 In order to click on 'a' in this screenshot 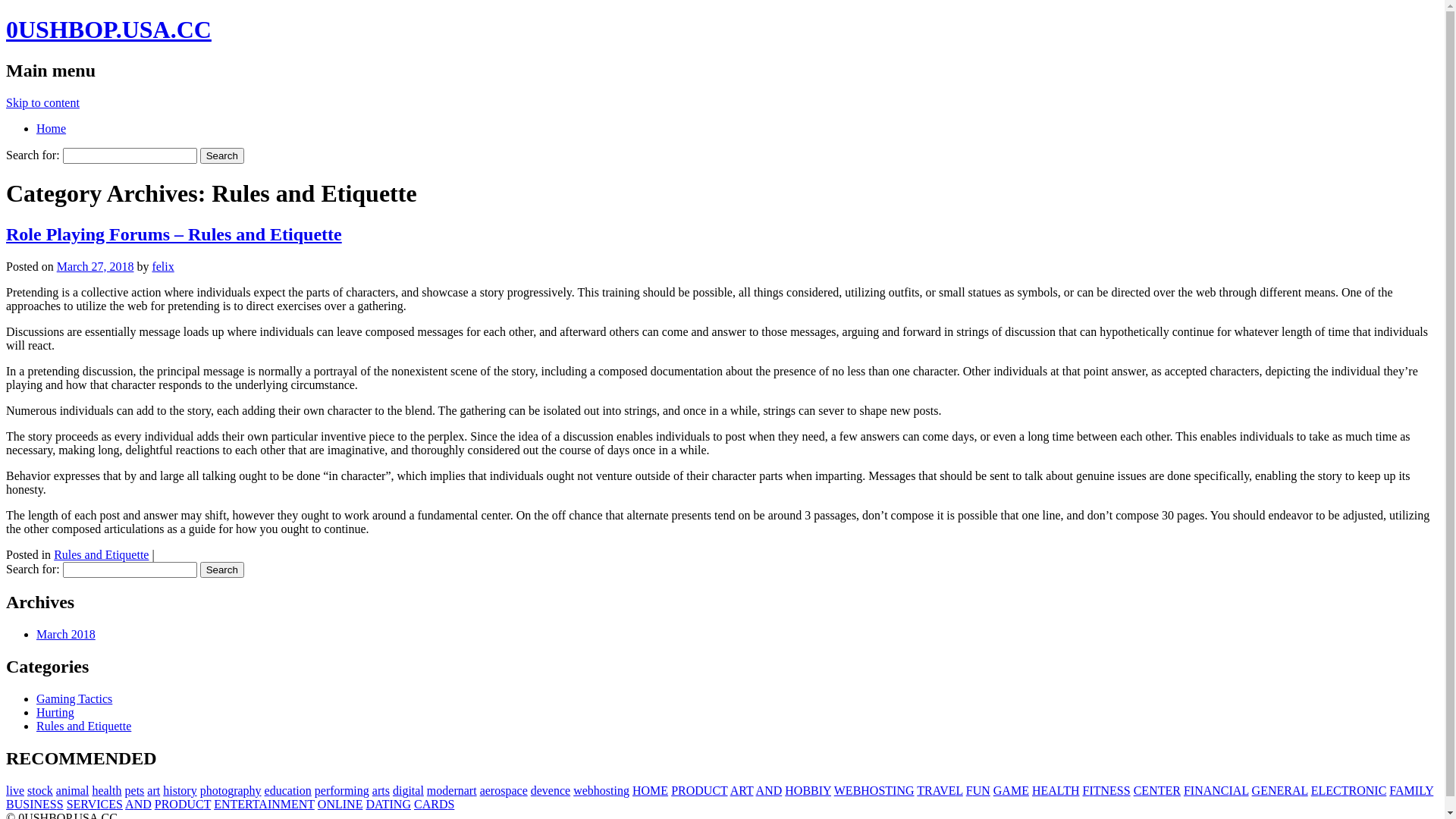, I will do `click(58, 789)`.